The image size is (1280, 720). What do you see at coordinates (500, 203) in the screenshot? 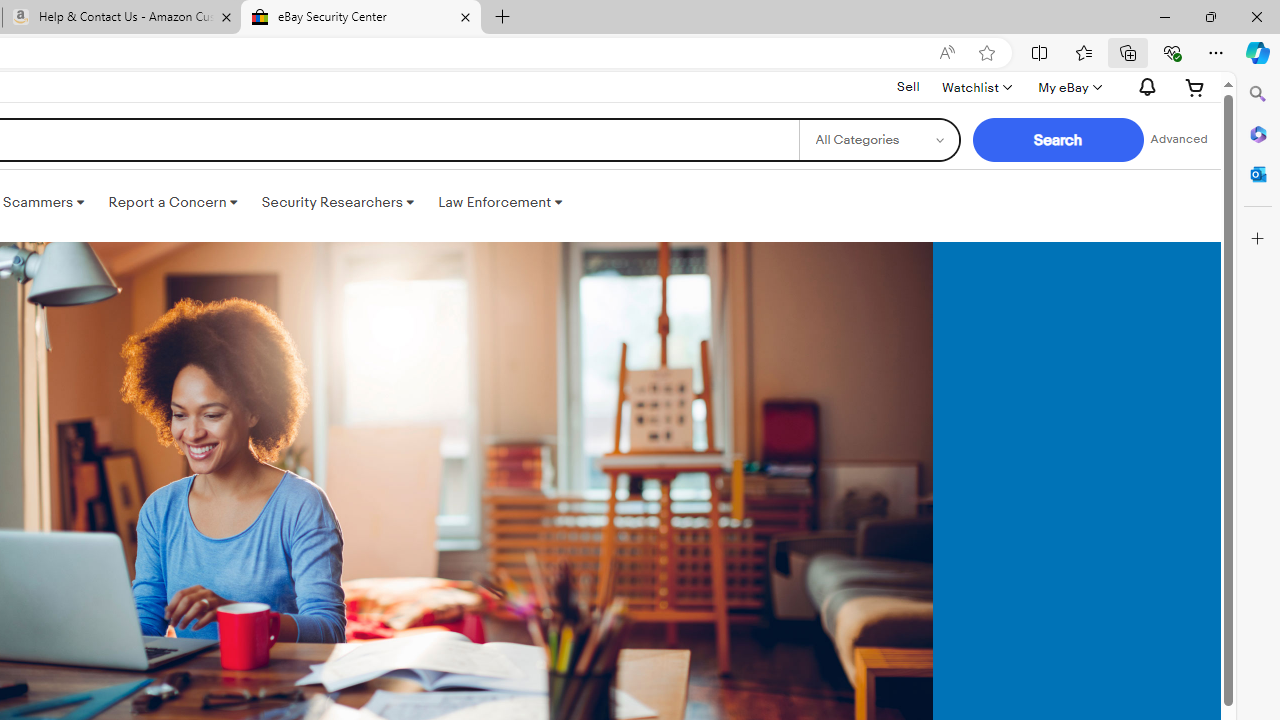
I see `'Law Enforcement '` at bounding box center [500, 203].